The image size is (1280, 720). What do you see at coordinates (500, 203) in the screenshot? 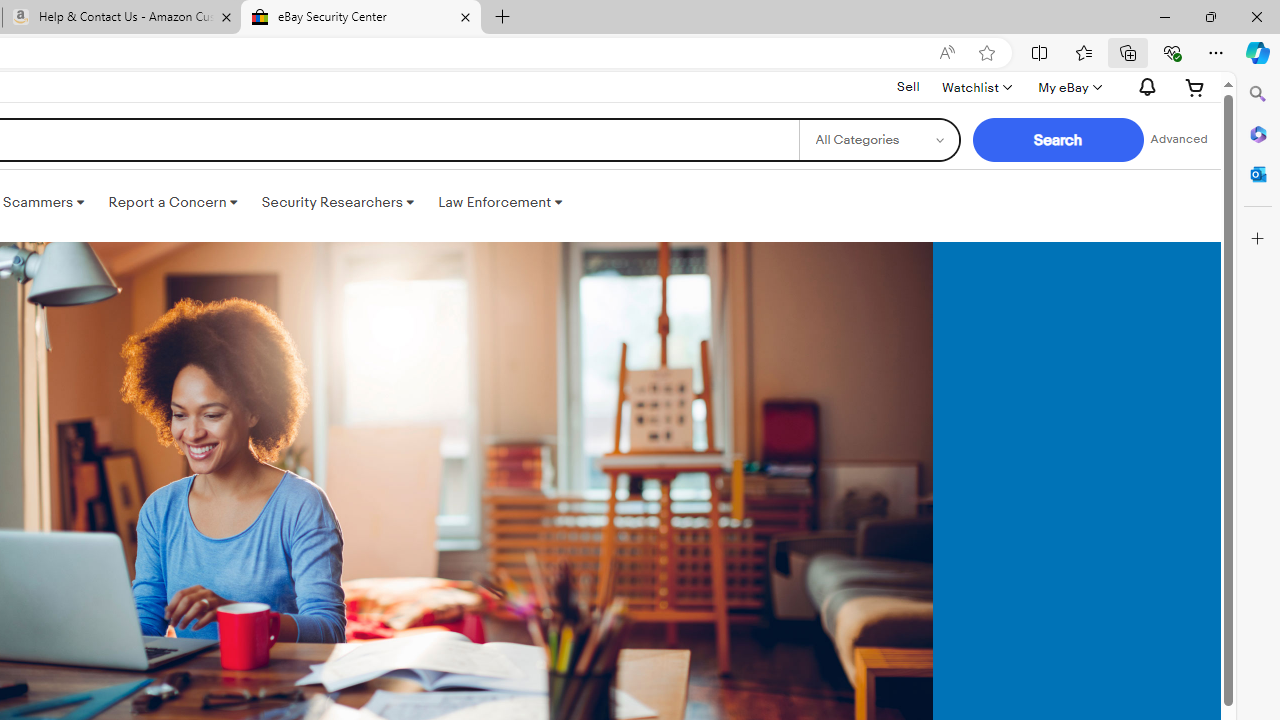
I see `'Law Enforcement '` at bounding box center [500, 203].